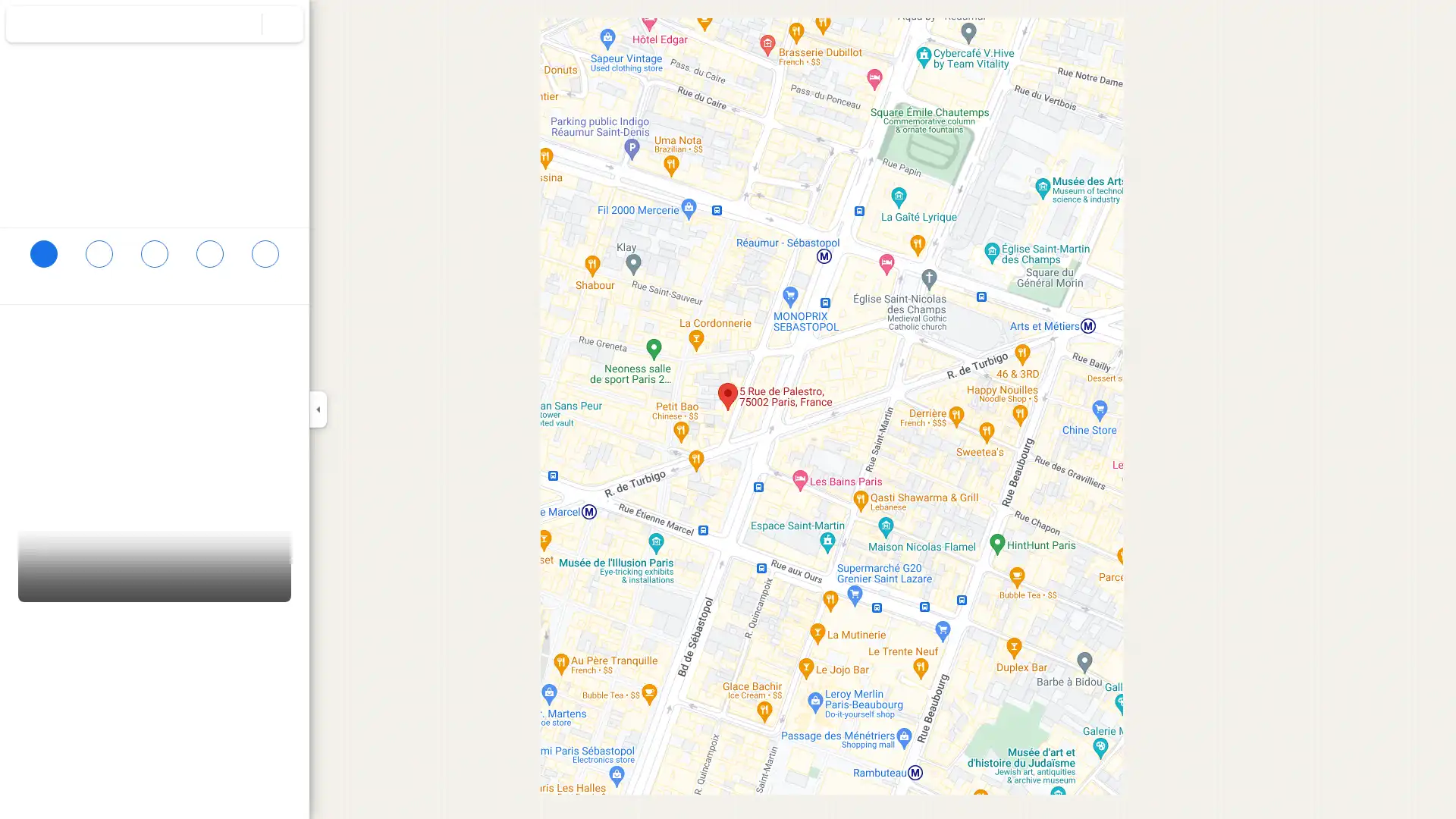  I want to click on Search, so click(240, 24).